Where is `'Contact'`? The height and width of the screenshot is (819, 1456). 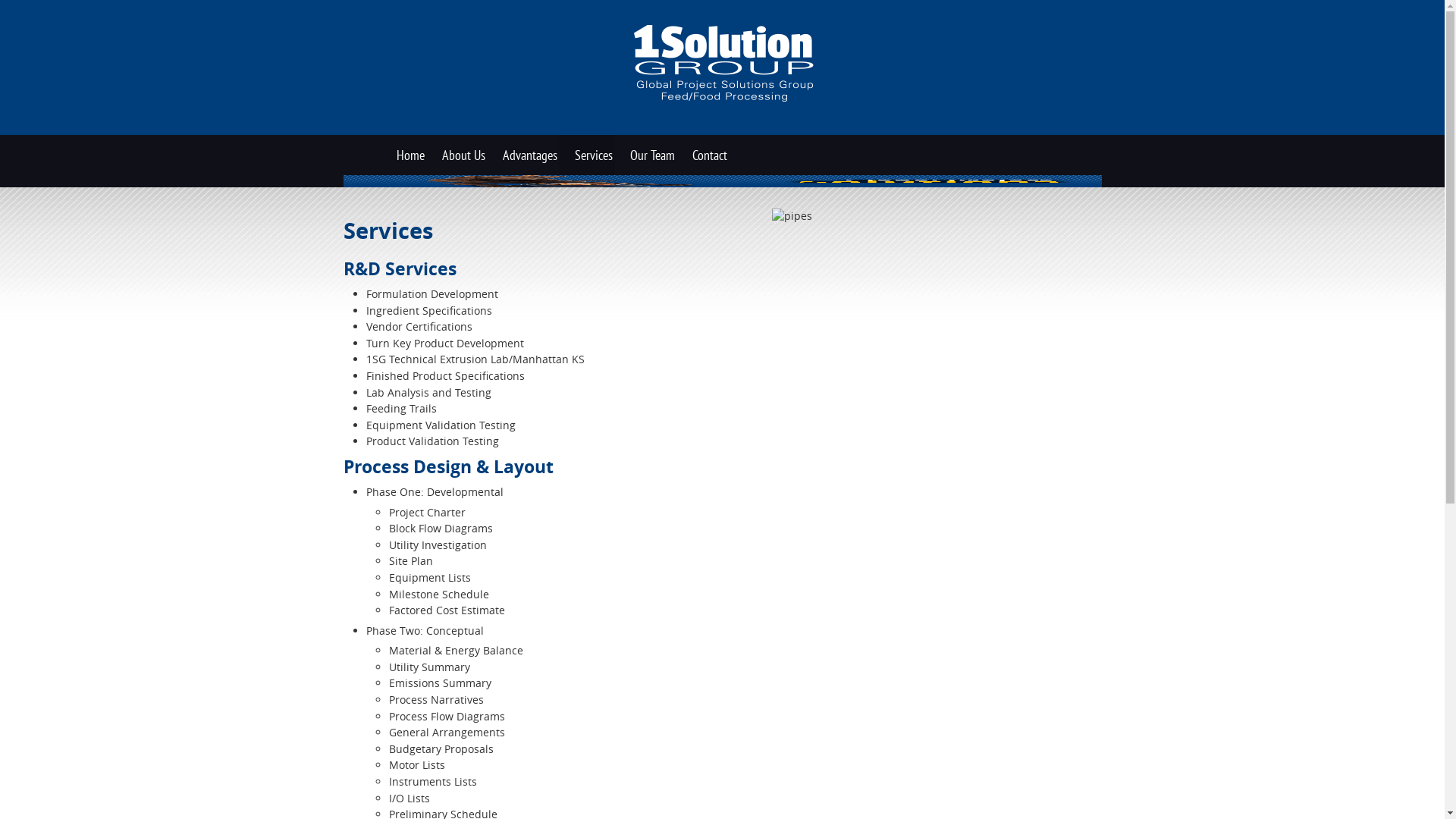 'Contact' is located at coordinates (701, 155).